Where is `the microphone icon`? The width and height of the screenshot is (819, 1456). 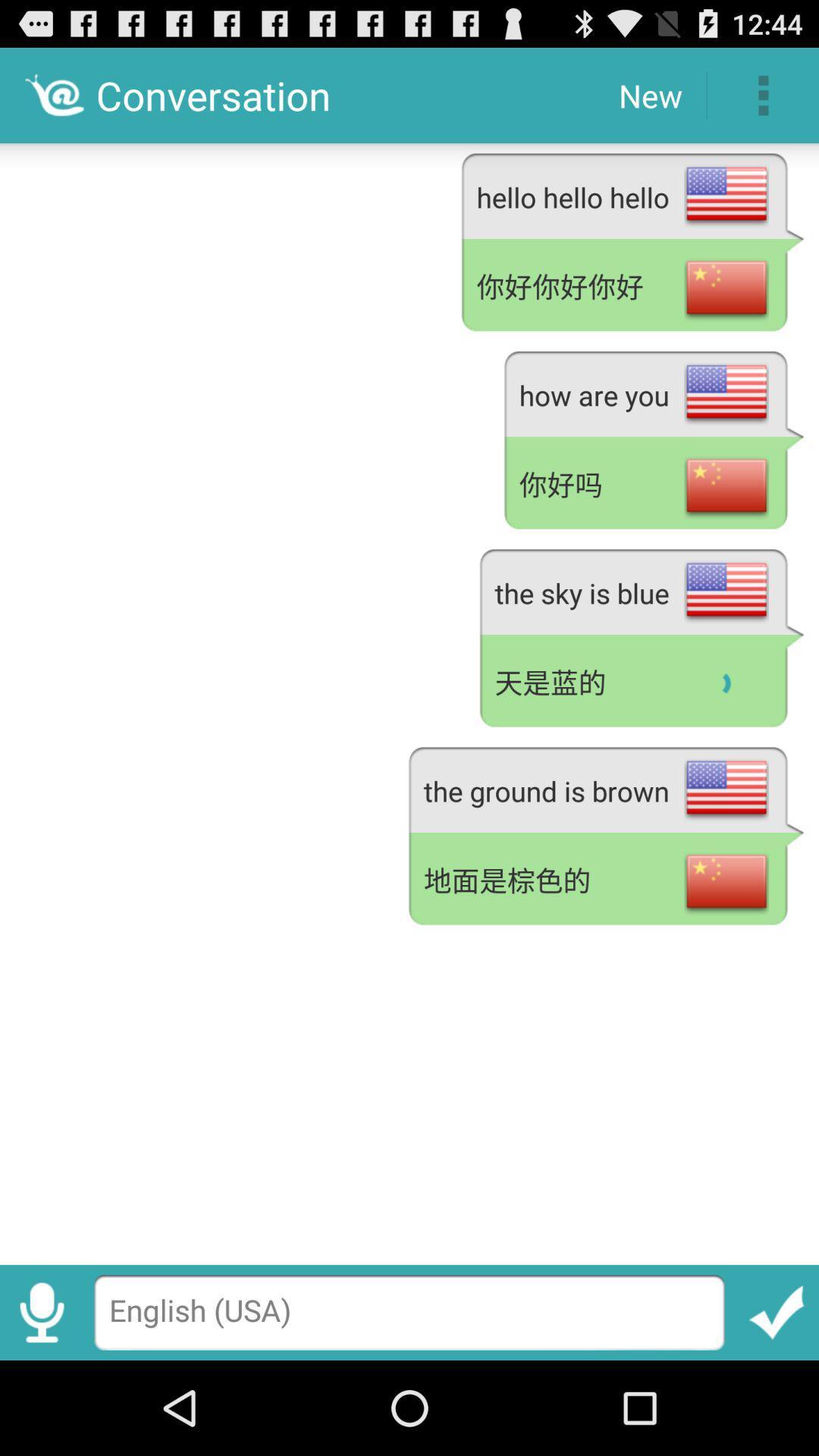
the microphone icon is located at coordinates (41, 1404).